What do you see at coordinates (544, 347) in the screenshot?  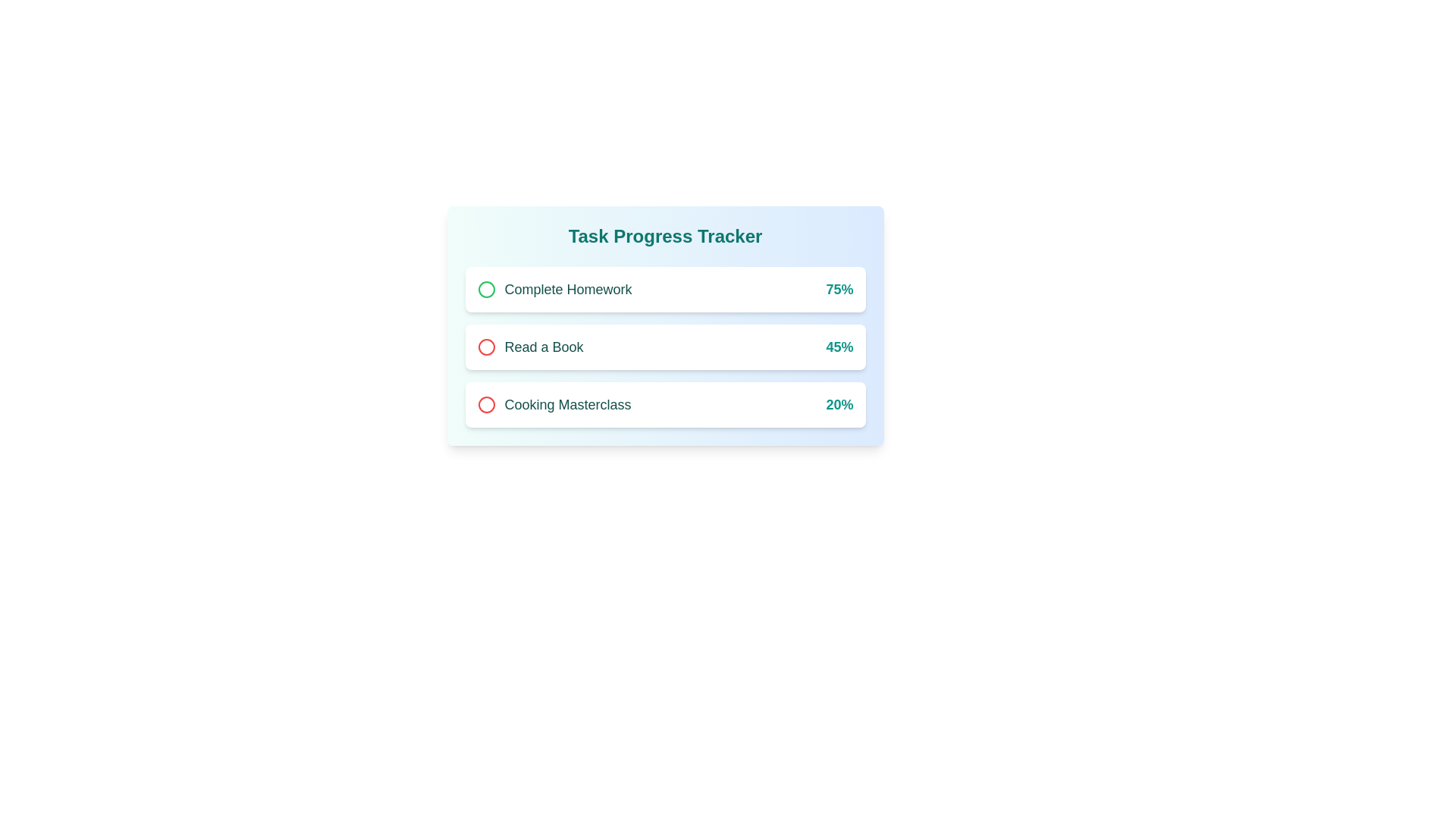 I see `the 'Read a Book' text label, which is bold and teal, positioned centrally in the task list under the 'Task Progress Tracker' header` at bounding box center [544, 347].